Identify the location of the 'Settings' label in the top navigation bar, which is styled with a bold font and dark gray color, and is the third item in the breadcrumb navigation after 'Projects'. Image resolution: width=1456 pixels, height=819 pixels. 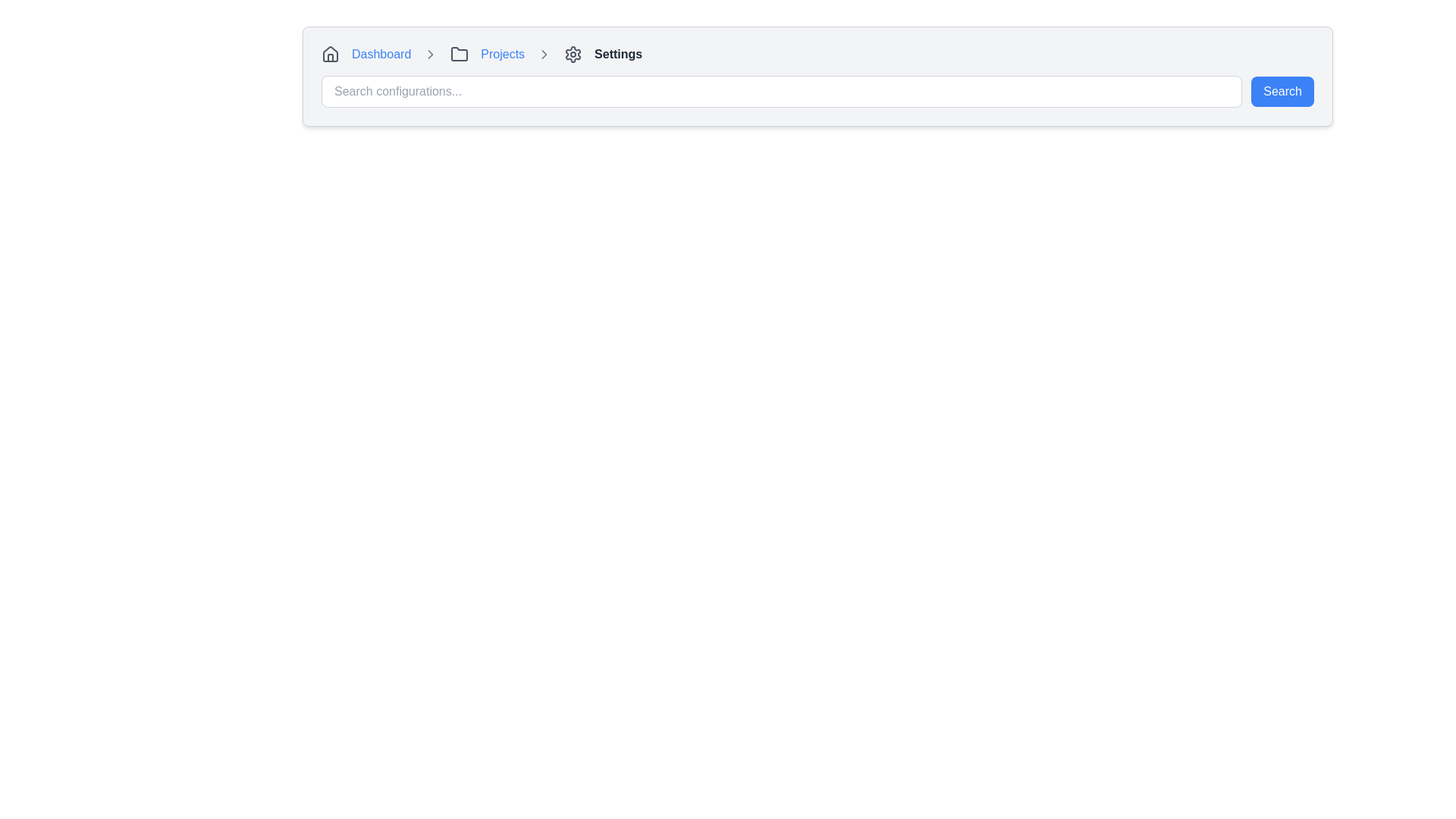
(618, 54).